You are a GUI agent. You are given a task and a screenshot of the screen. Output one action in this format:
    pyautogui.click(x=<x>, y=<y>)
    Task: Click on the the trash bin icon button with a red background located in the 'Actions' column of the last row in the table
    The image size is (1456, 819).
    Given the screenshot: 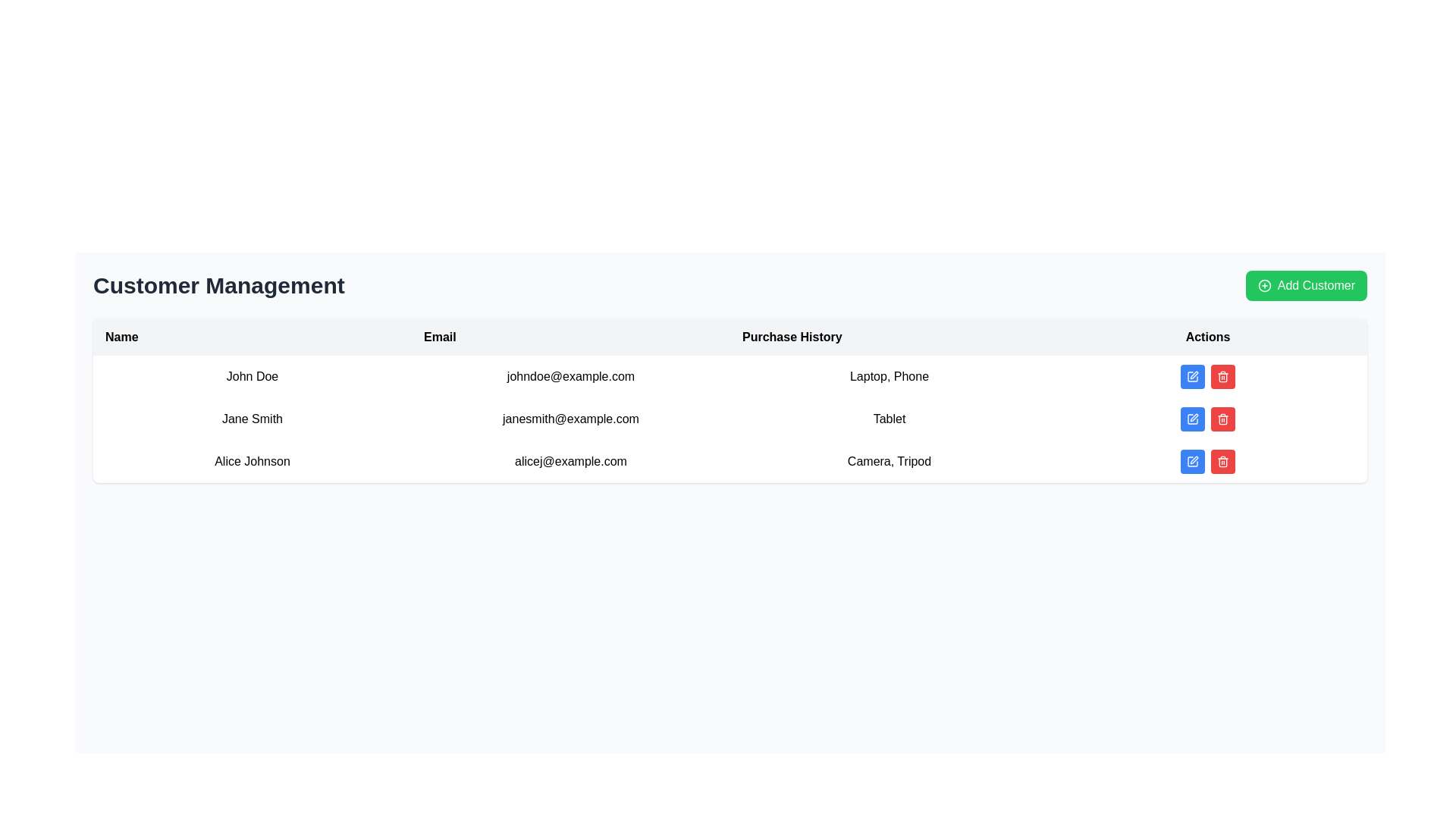 What is the action you would take?
    pyautogui.click(x=1222, y=419)
    